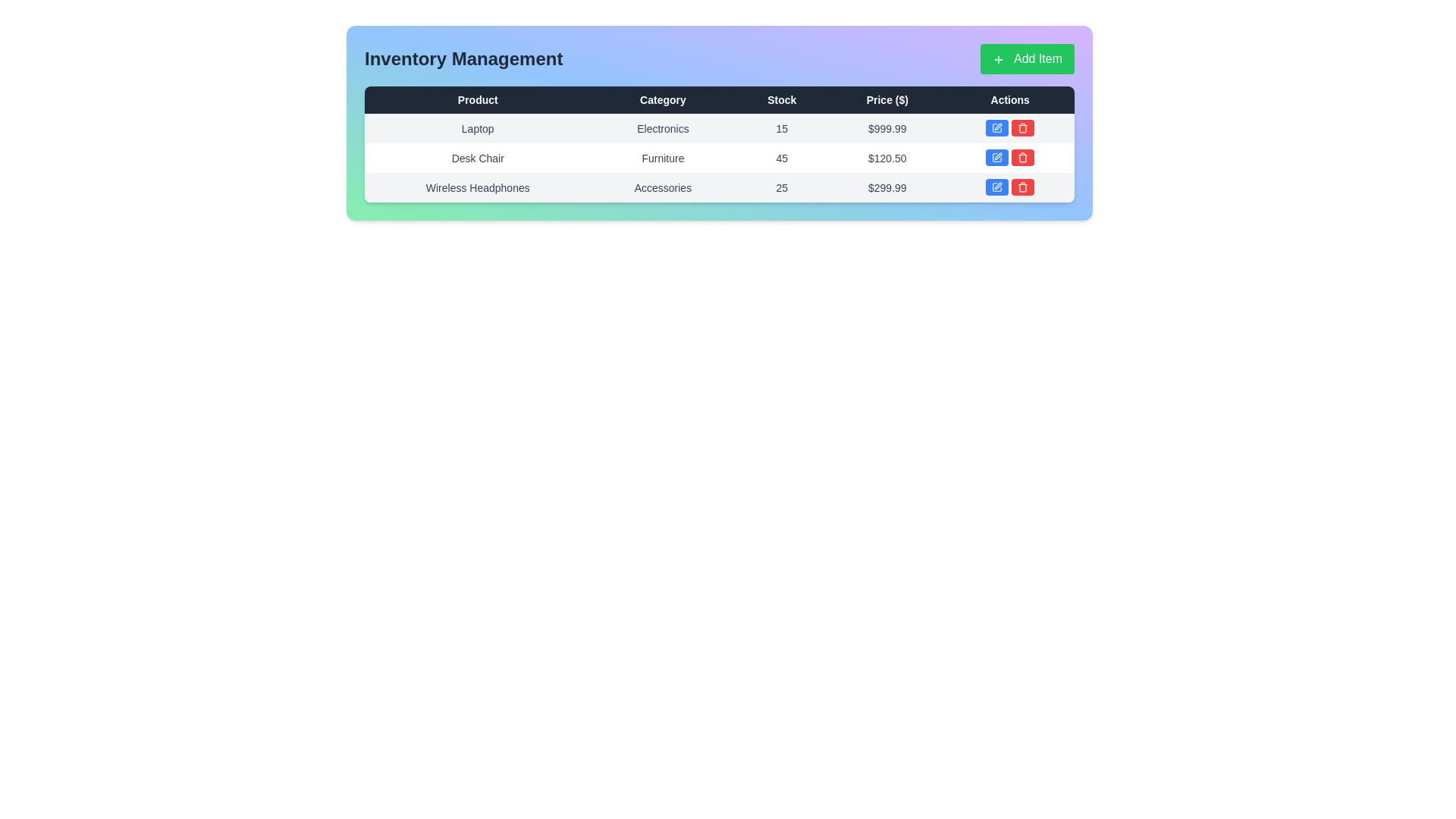 The image size is (1456, 819). Describe the element at coordinates (782, 127) in the screenshot. I see `text label displaying the number '15' located in the 'Stock' column of the first row, aligned with the 'Laptop' product in the 'Electronics' category` at that location.